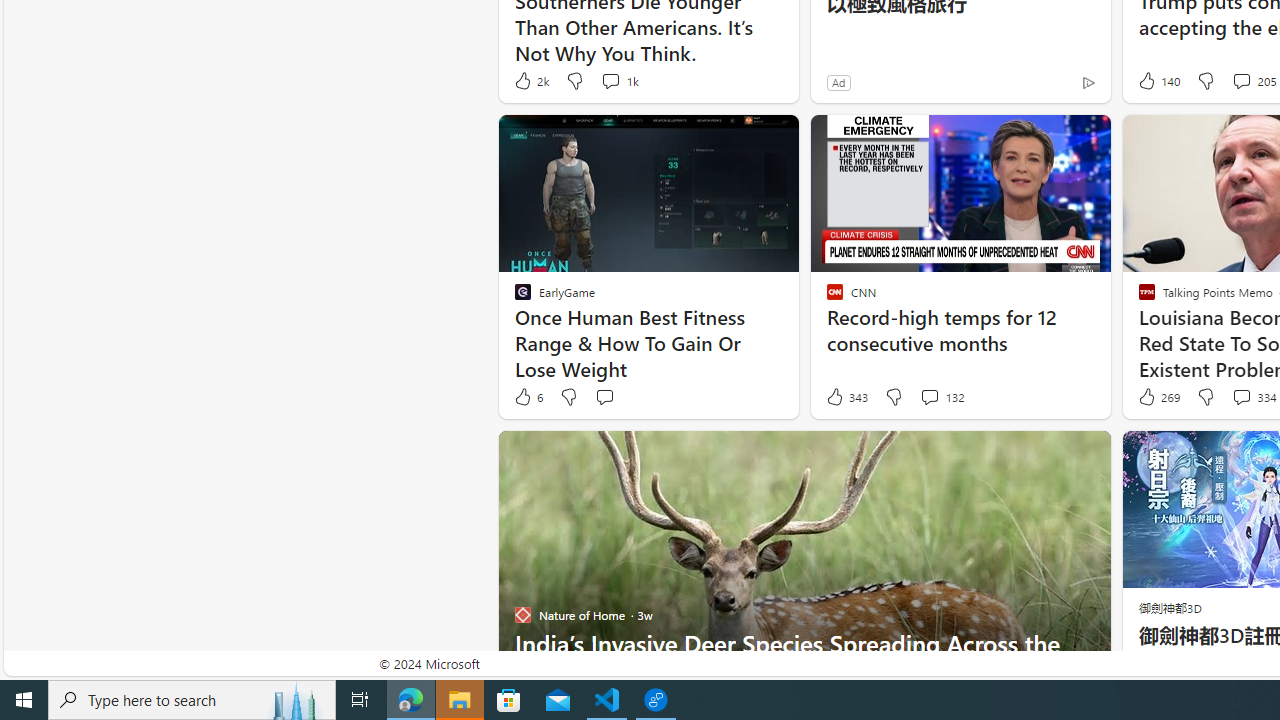  Describe the element at coordinates (941, 397) in the screenshot. I see `'View comments 132 Comment'` at that location.